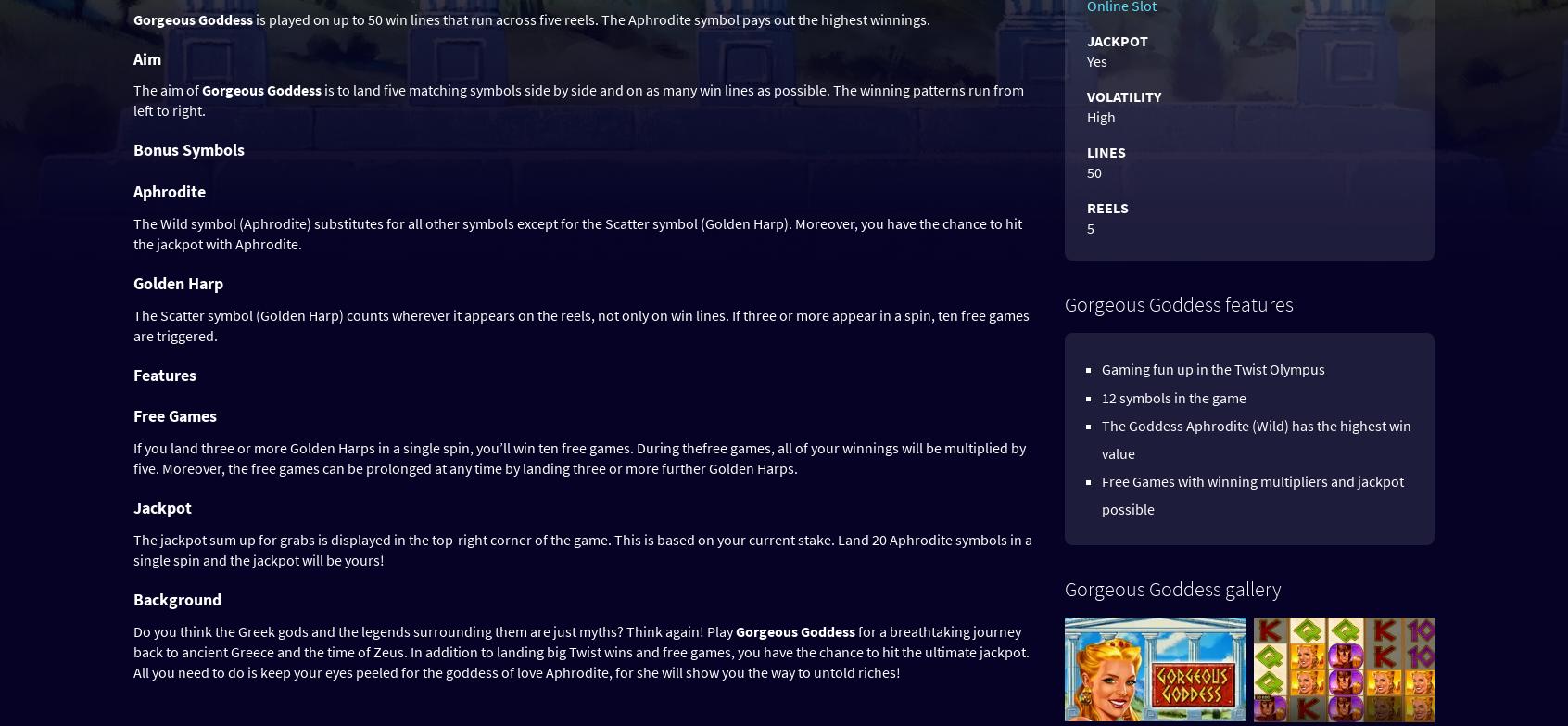  What do you see at coordinates (577, 99) in the screenshot?
I see `'is to land five matching symbols side by side and on as many win lines as possible. The winning patterns run from left to right.'` at bounding box center [577, 99].